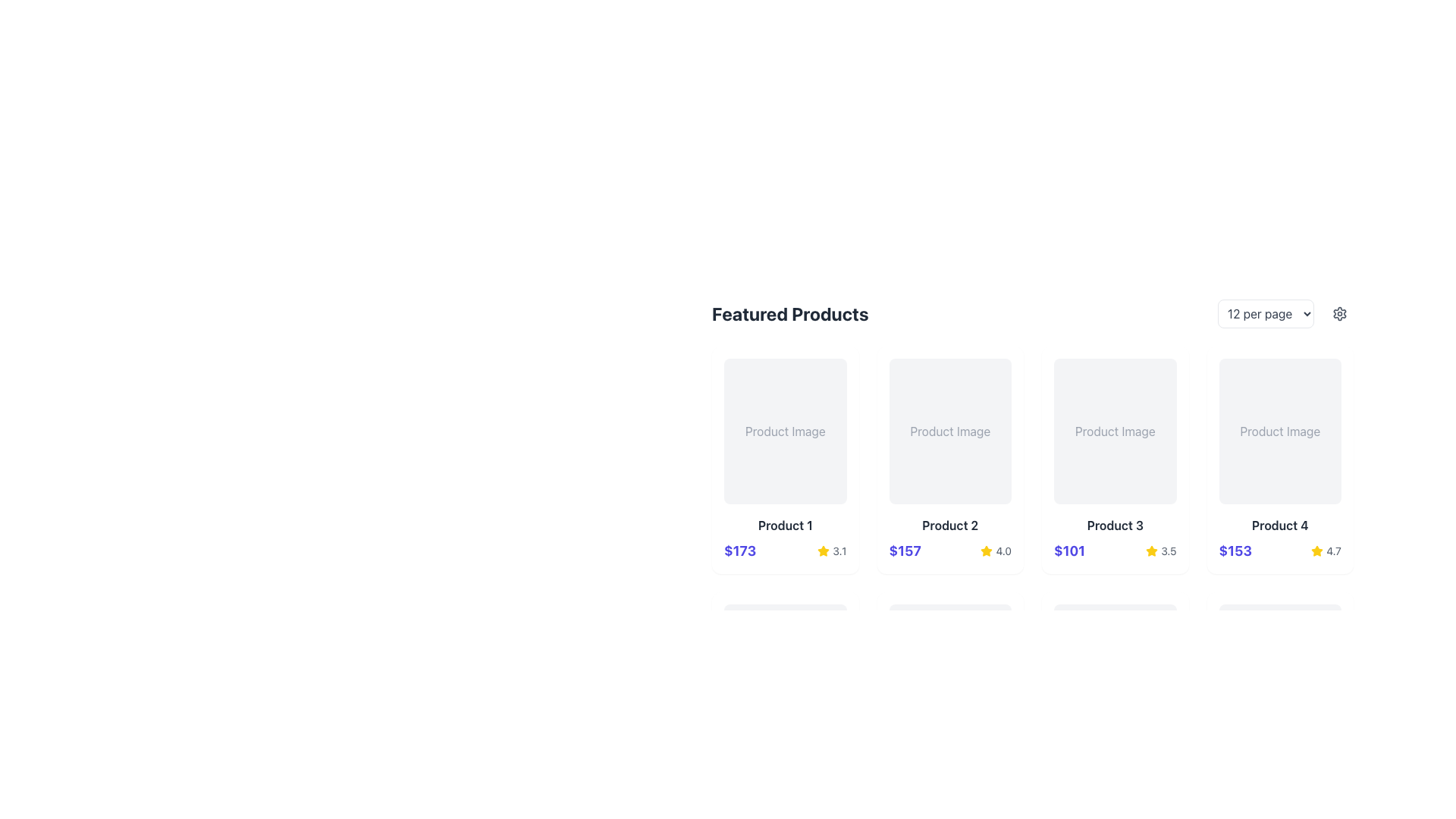 The width and height of the screenshot is (1456, 819). I want to click on the image placeholder at the top of the rightmost card in the product list, which displays 'Product Image' in a light gray rectangular area, so click(1279, 431).